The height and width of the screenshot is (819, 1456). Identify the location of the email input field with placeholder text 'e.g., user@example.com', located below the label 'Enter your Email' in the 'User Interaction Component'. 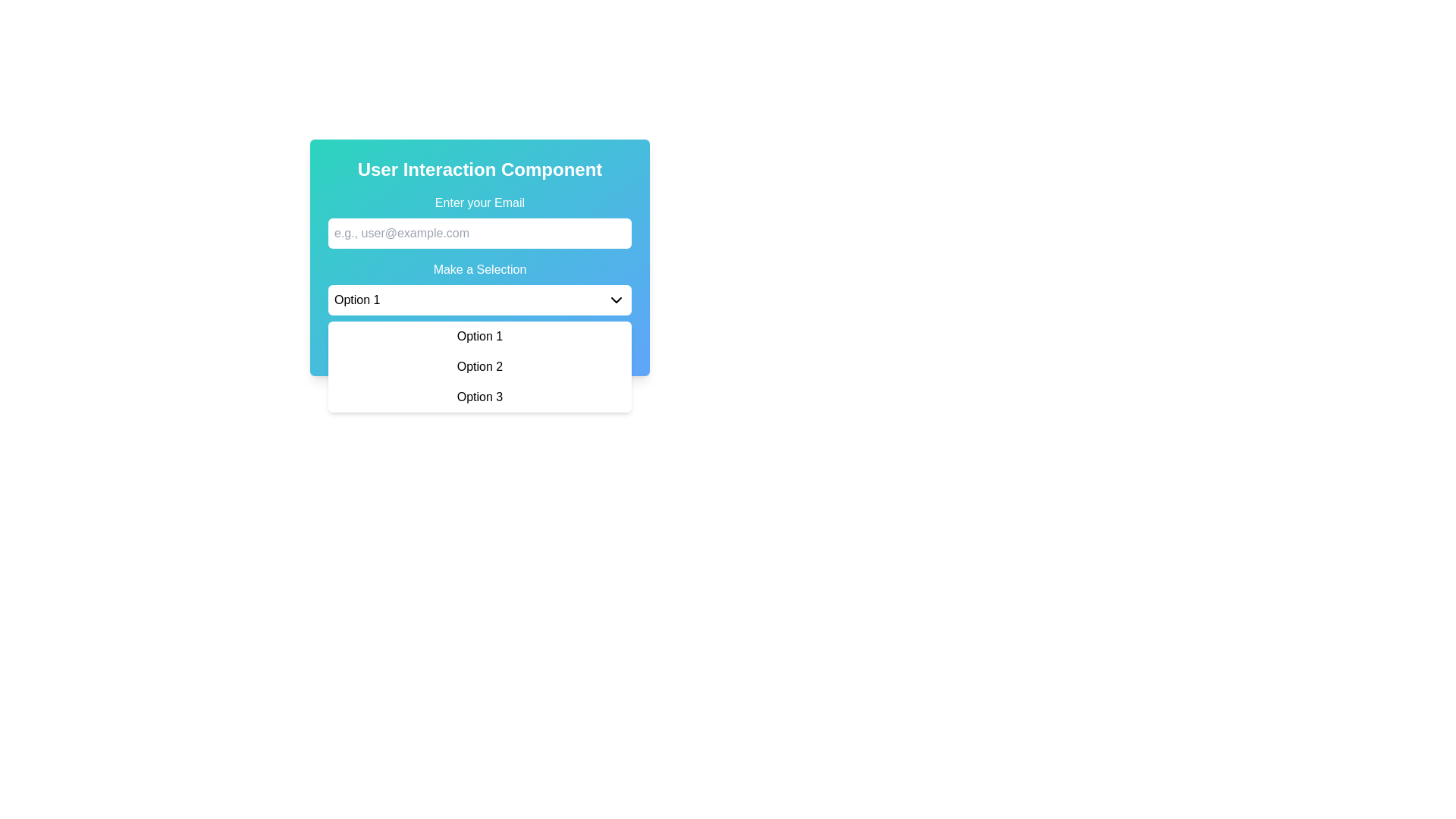
(479, 221).